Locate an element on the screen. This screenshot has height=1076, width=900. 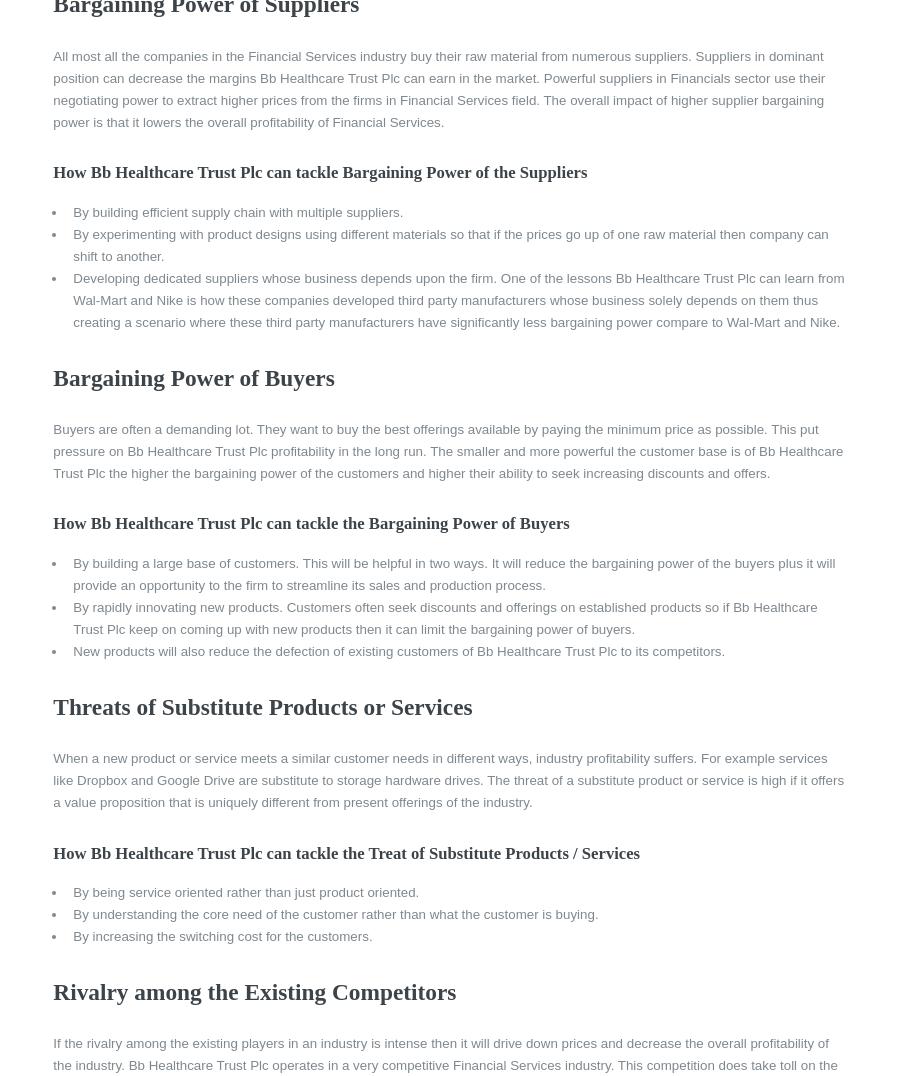
'By understanding the core need of the customer  rather than what the customer is buying.' is located at coordinates (334, 913).